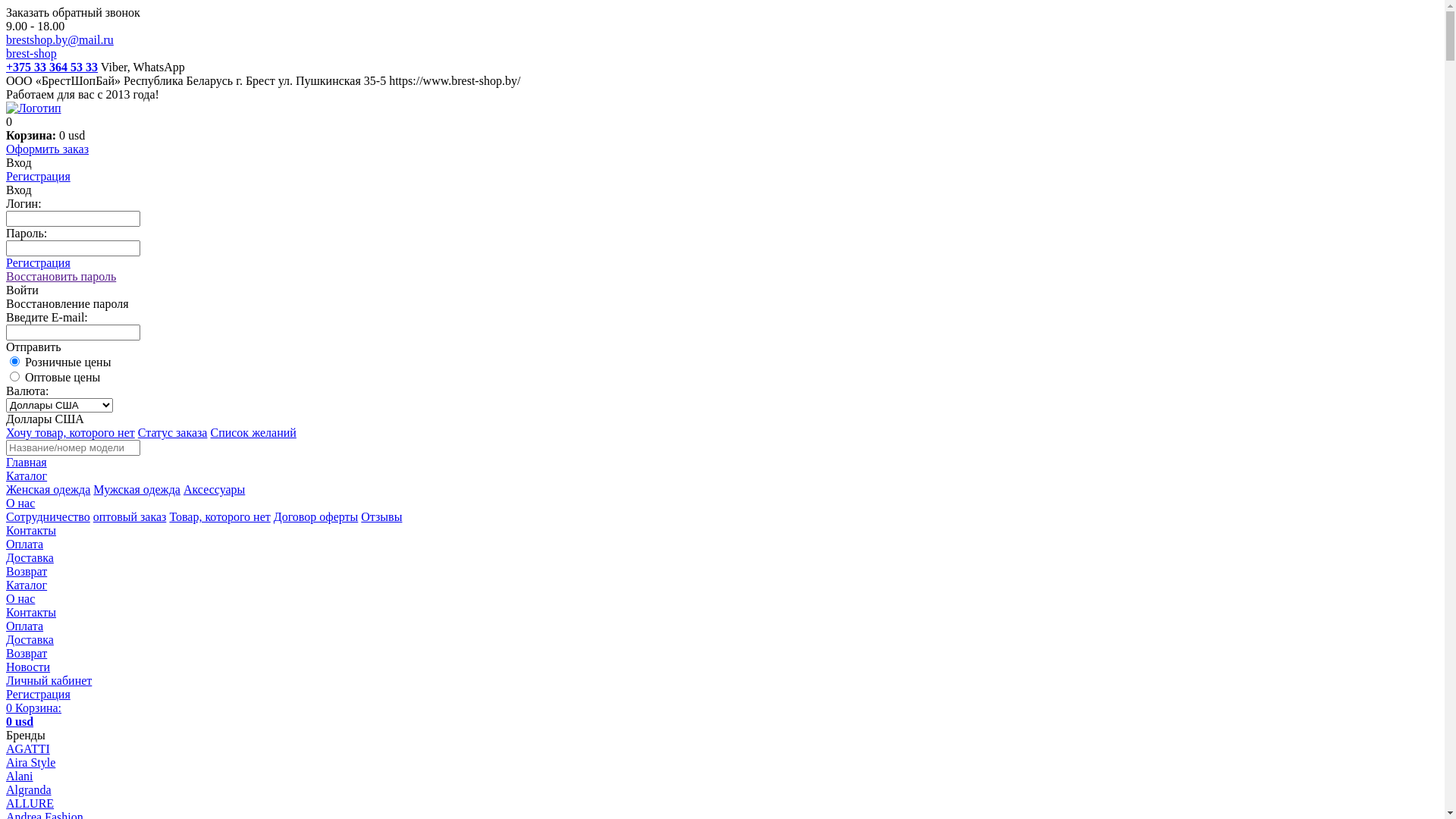  I want to click on 'brestshop.by@mail.ru', so click(59, 39).